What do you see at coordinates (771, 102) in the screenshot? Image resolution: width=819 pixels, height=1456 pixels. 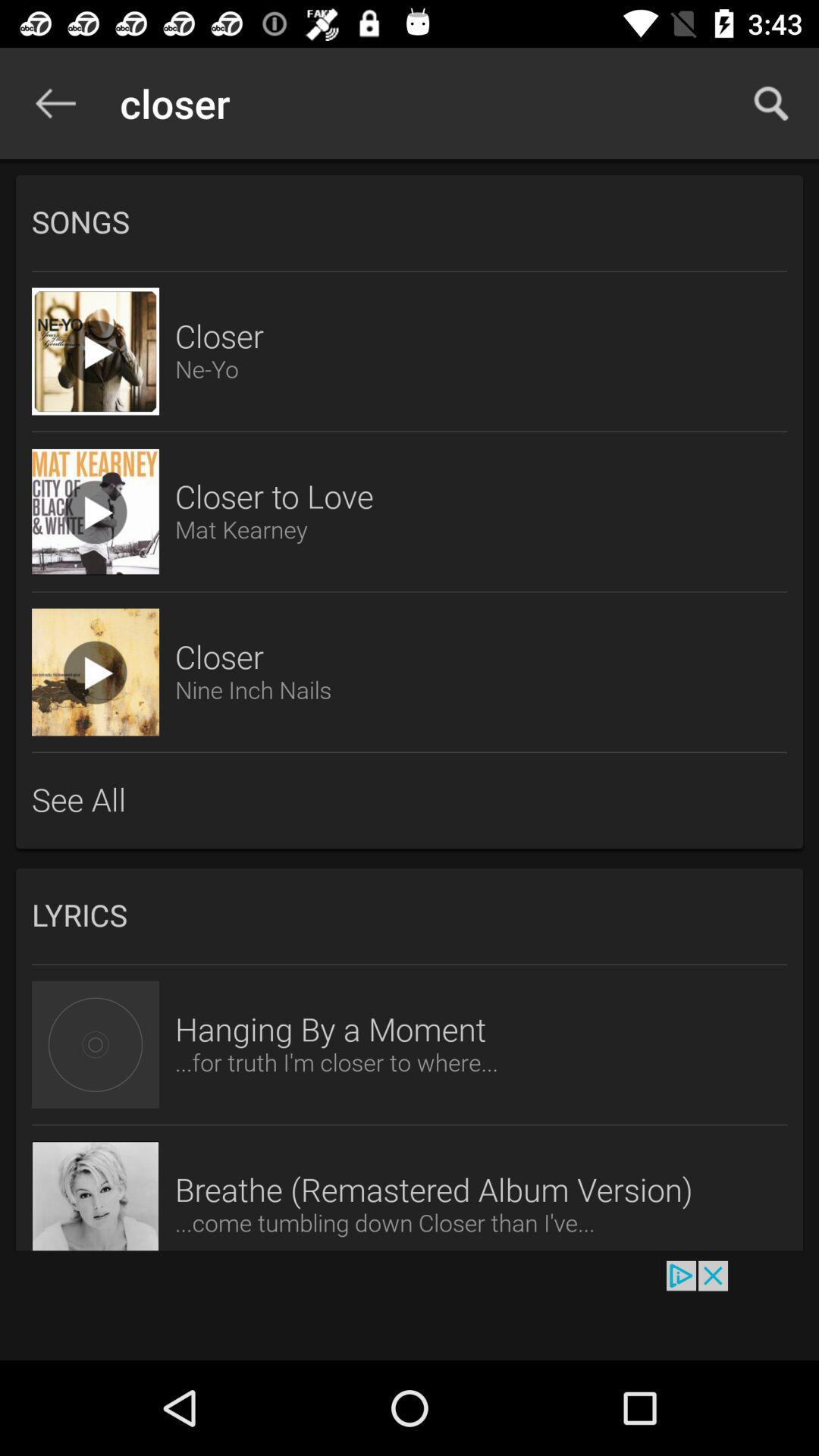 I see `icon at the top right corner` at bounding box center [771, 102].